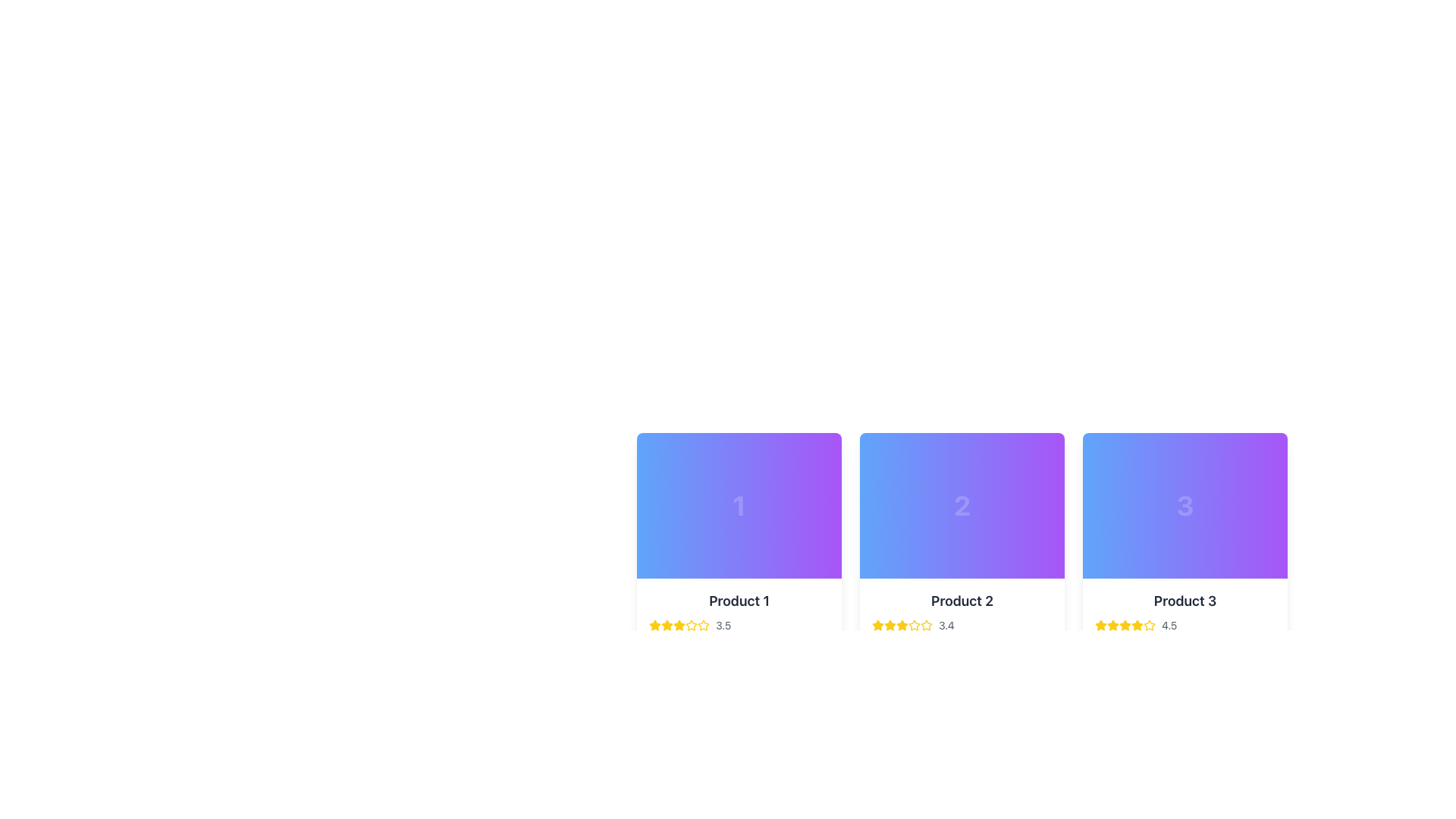  I want to click on the second star in the 5-star rating system for 'Product 2' to provide rating feedback, so click(912, 625).